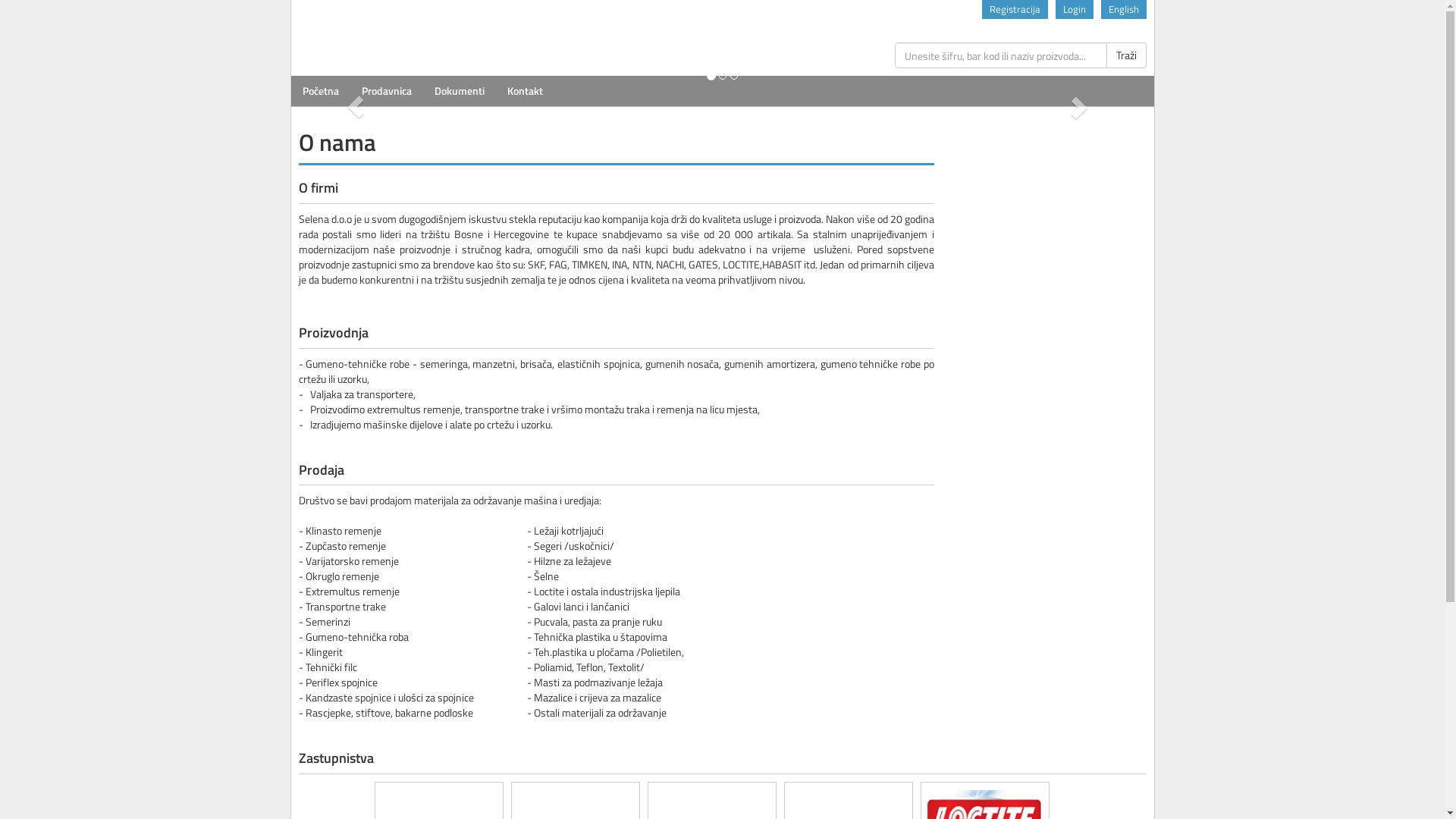 This screenshot has width=1456, height=819. What do you see at coordinates (1073, 9) in the screenshot?
I see `'Login'` at bounding box center [1073, 9].